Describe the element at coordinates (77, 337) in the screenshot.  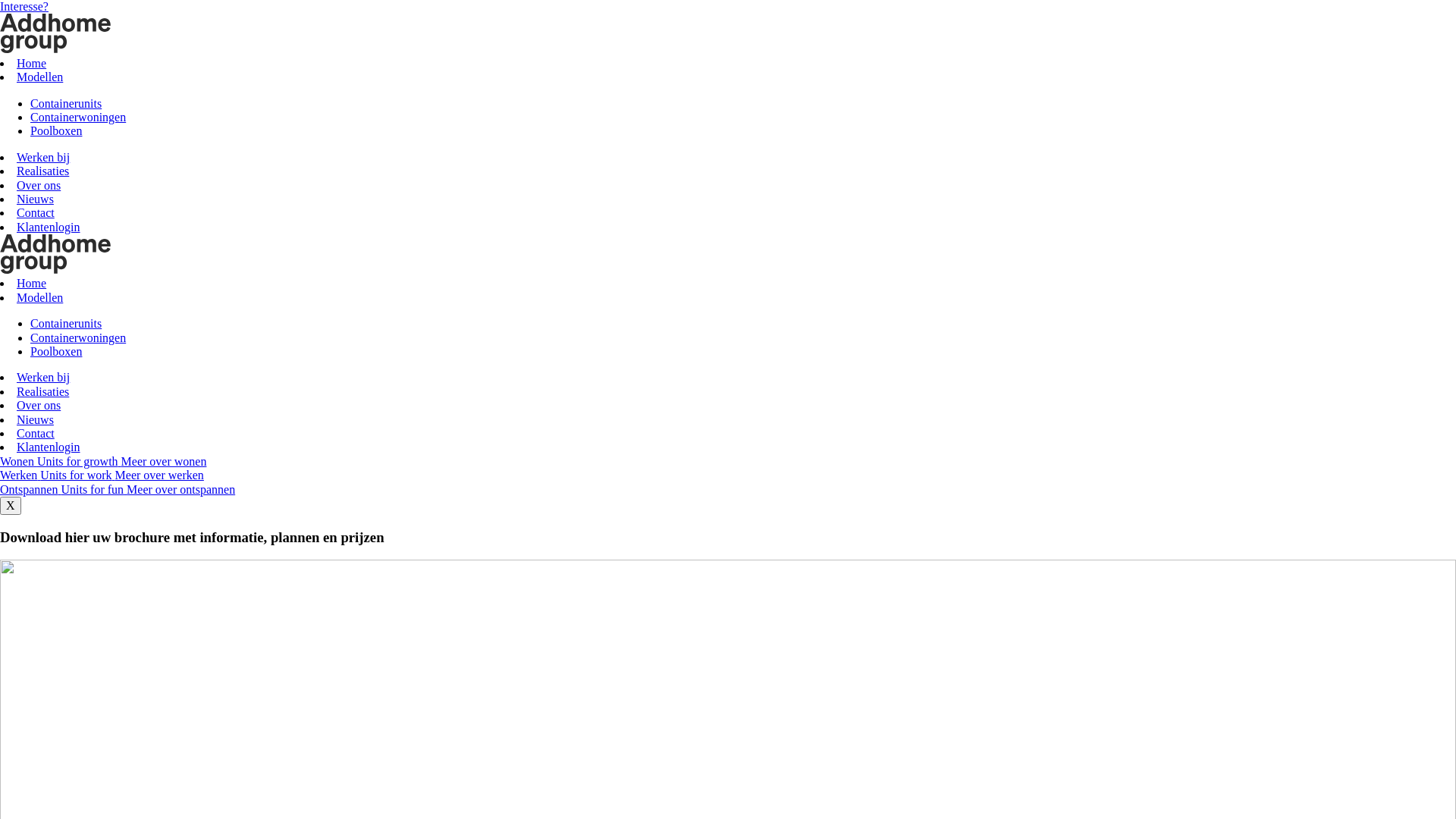
I see `'Containerwoningen'` at that location.